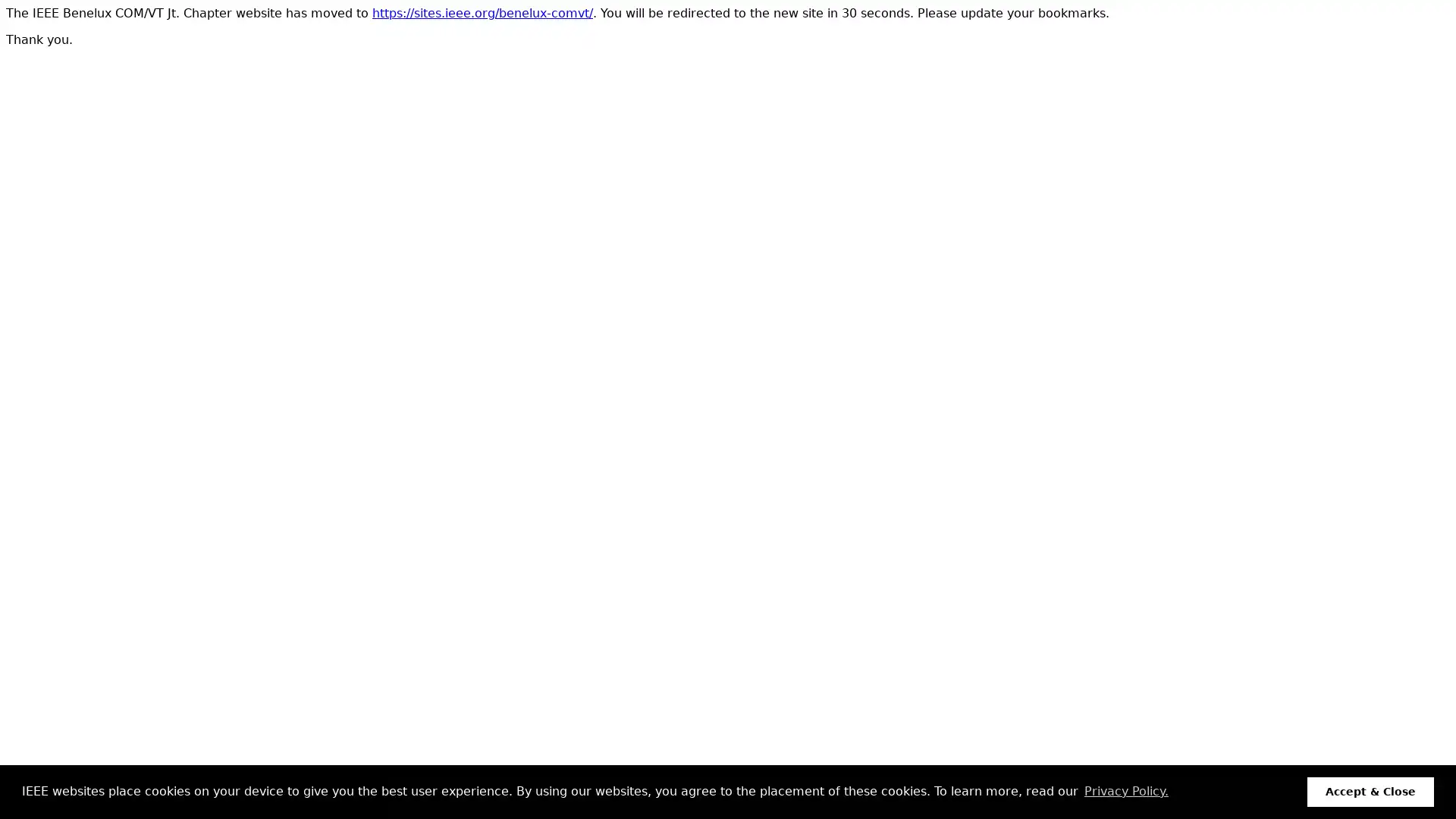 The image size is (1456, 819). I want to click on learn more about cookies, so click(1125, 791).